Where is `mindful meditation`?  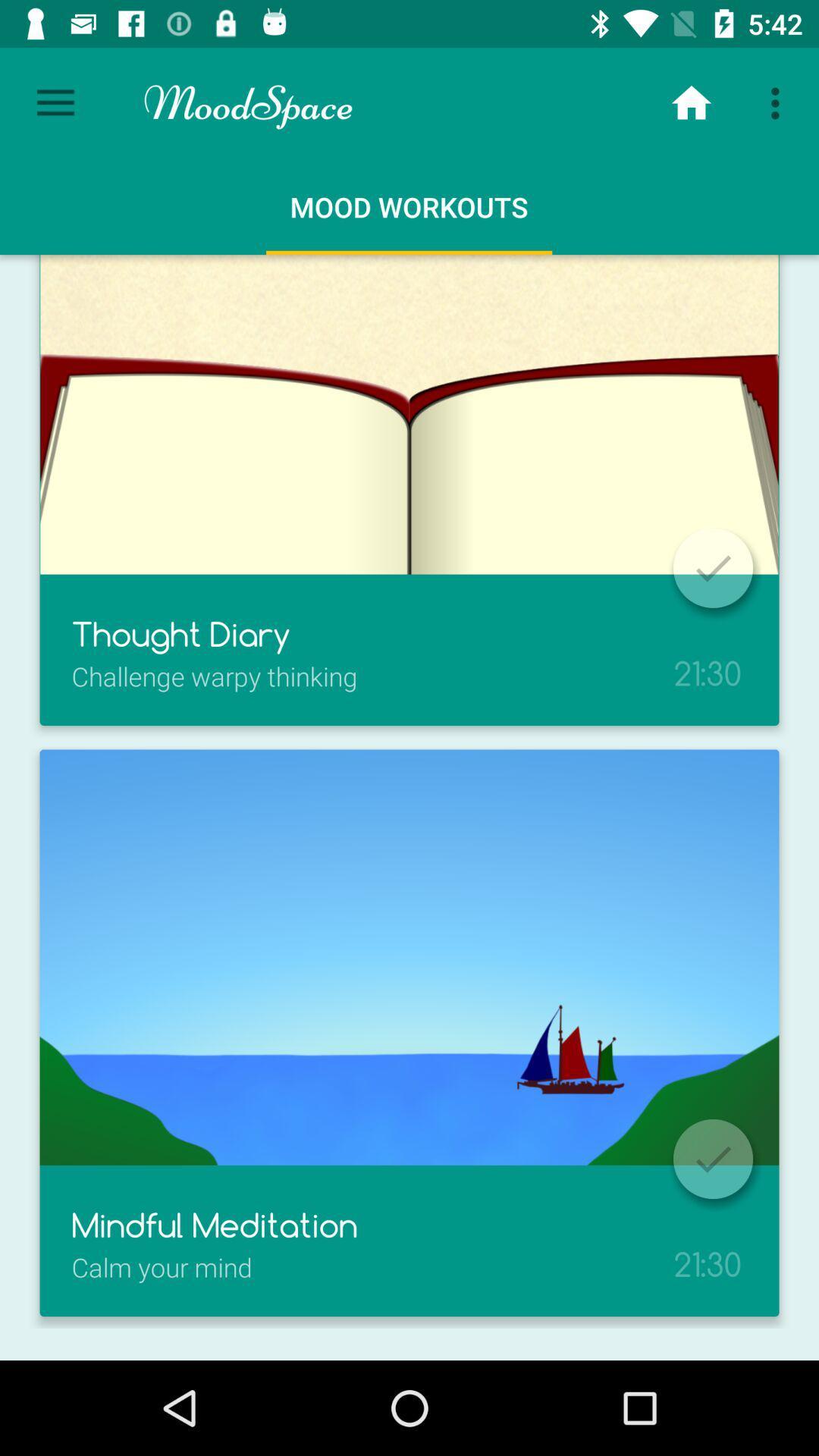 mindful meditation is located at coordinates (713, 1158).